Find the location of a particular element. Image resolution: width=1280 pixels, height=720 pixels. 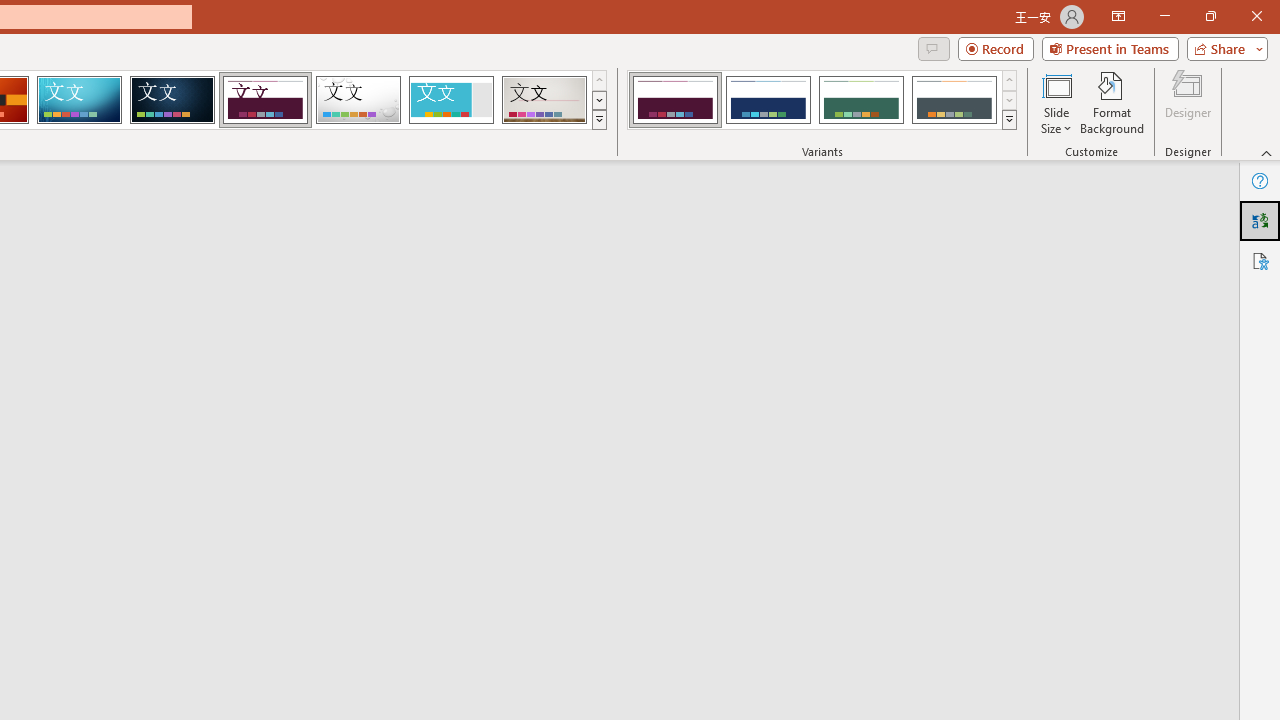

'Dividend Variant 1' is located at coordinates (675, 100).